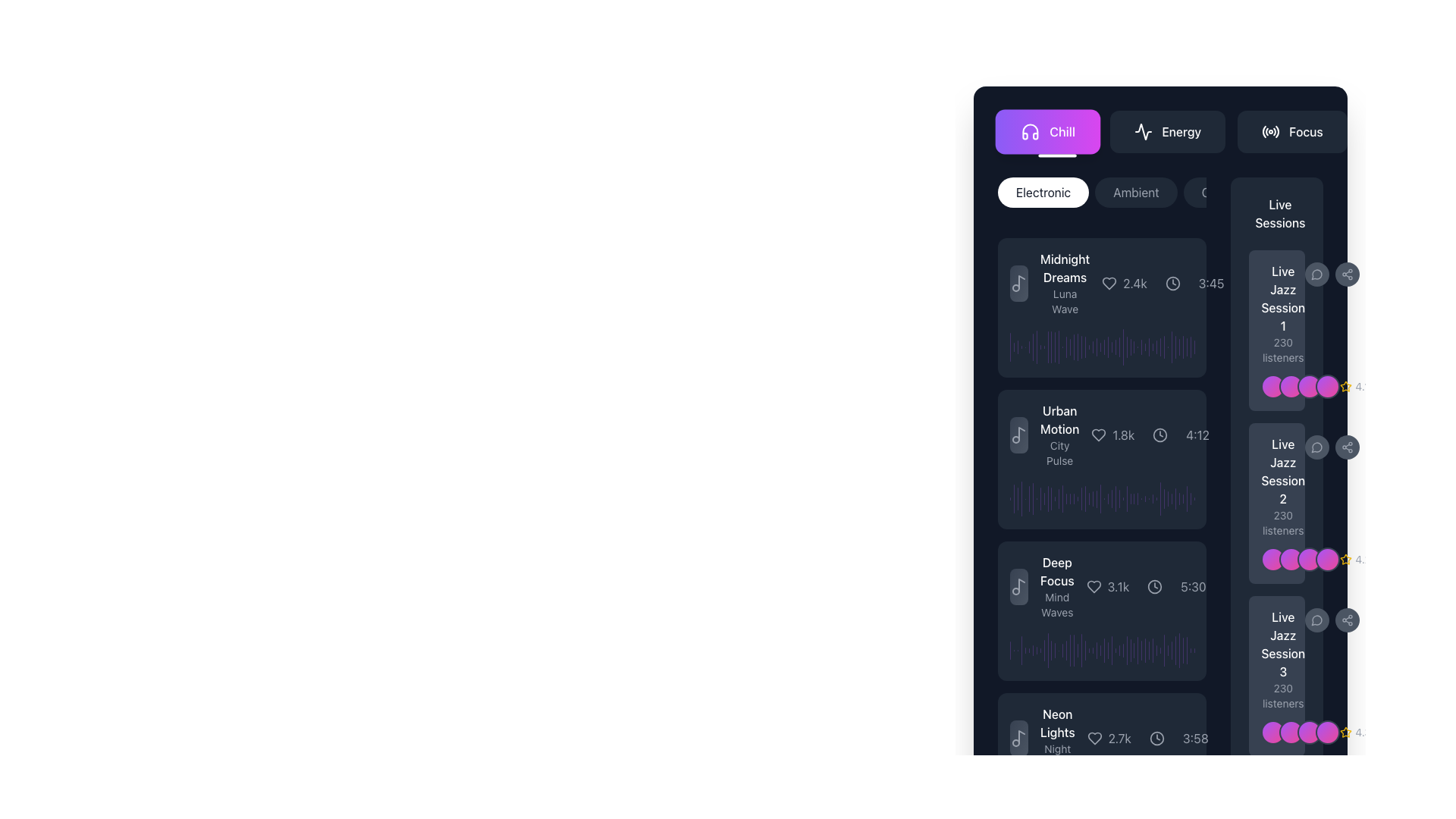  I want to click on the static text display for 'Live Jazz Session 3' which is the third item in the list of live sessions, located on the right side of the UI, so click(1276, 659).